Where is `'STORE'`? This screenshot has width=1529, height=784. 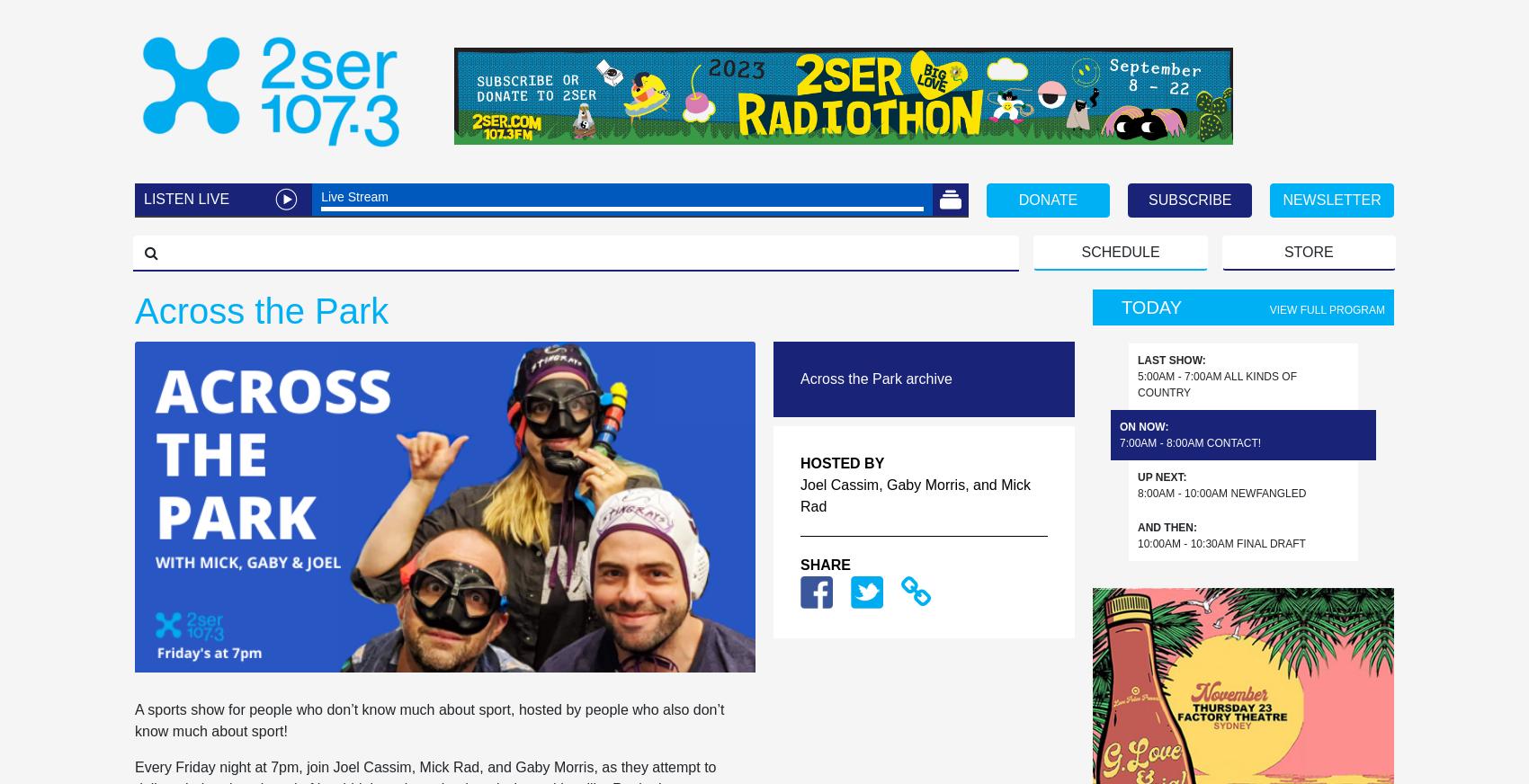 'STORE' is located at coordinates (1307, 251).